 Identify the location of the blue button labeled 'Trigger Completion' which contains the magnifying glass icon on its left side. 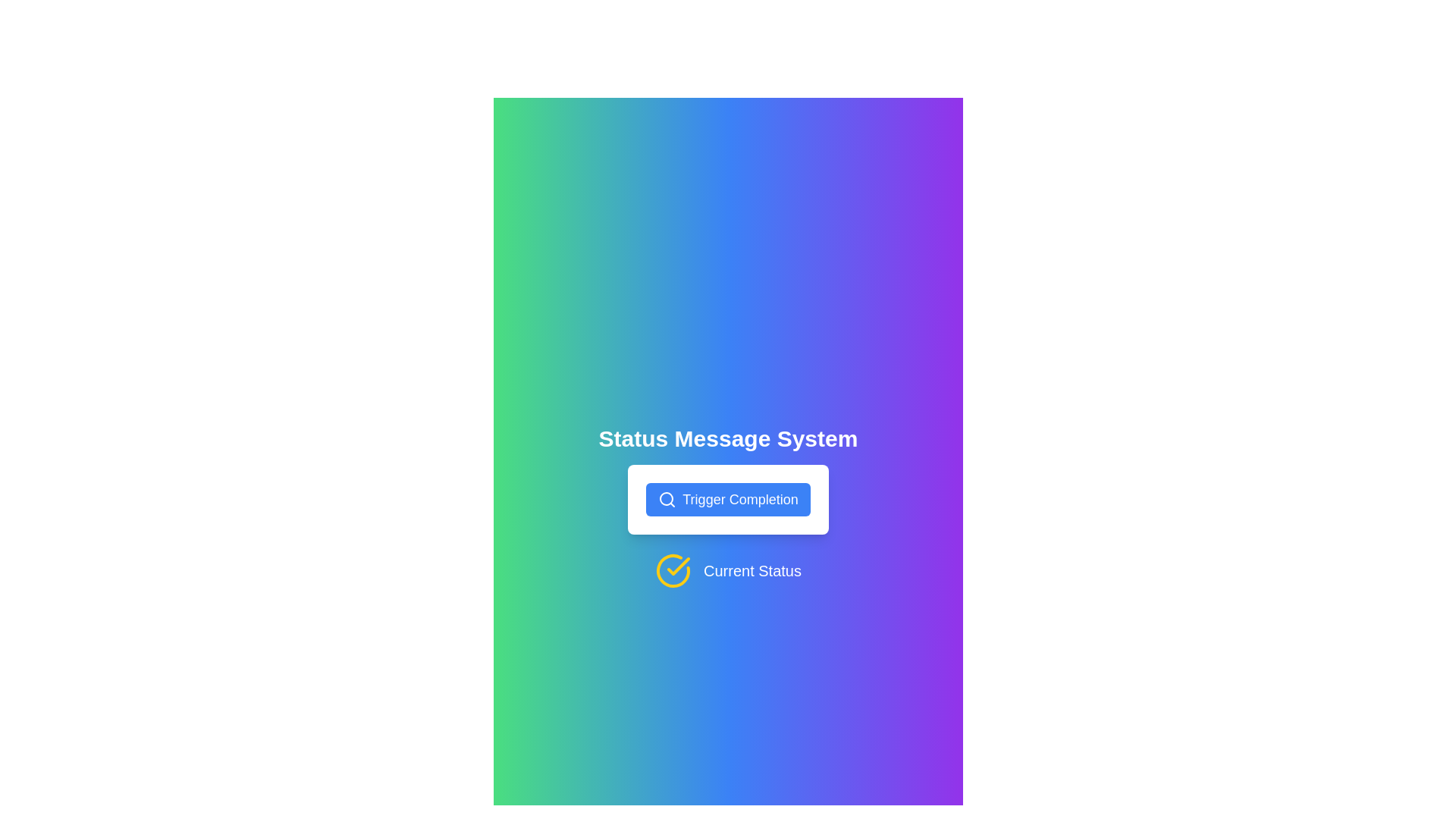
(667, 500).